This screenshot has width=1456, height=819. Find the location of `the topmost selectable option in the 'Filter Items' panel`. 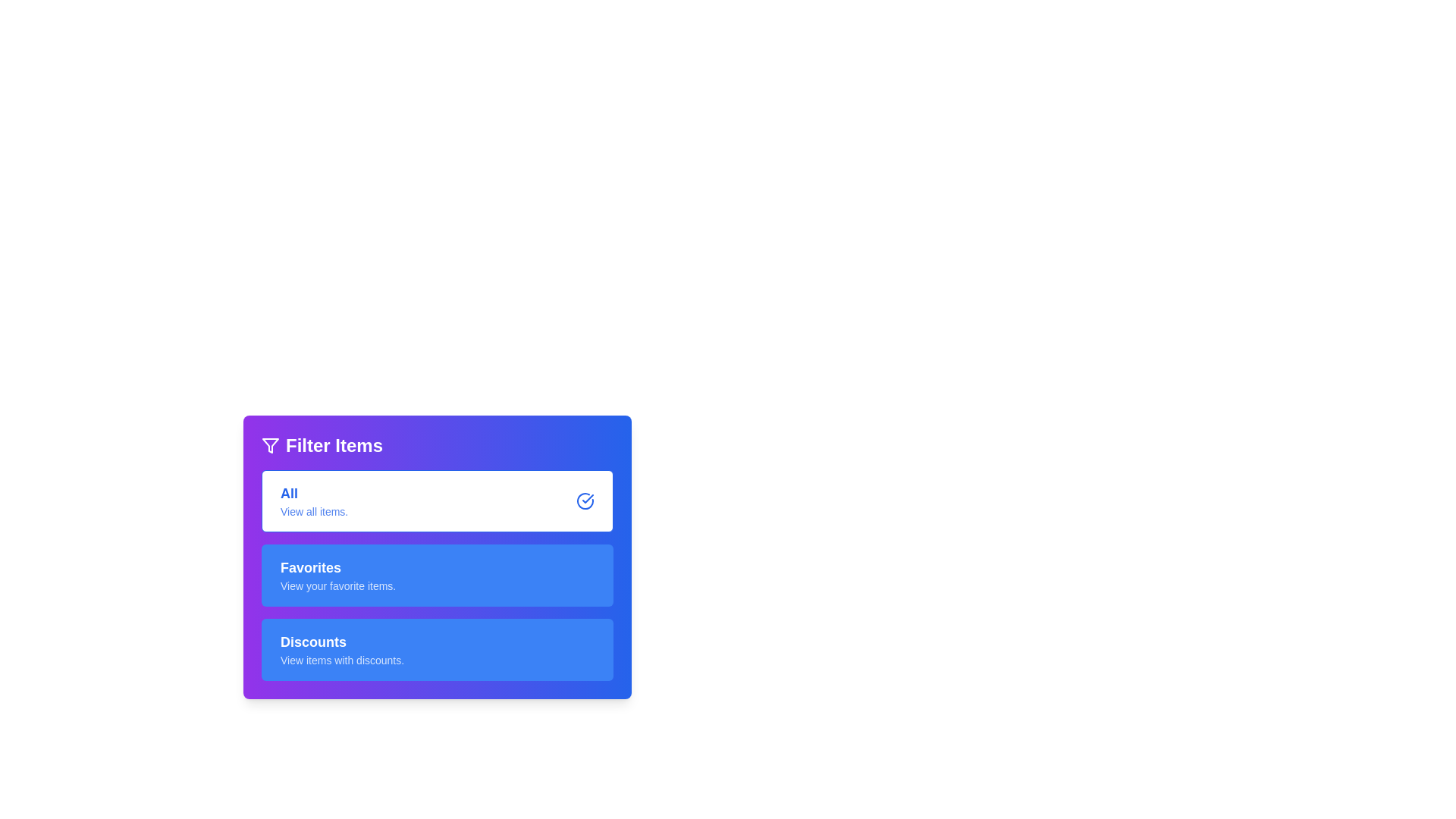

the topmost selectable option in the 'Filter Items' panel is located at coordinates (436, 500).